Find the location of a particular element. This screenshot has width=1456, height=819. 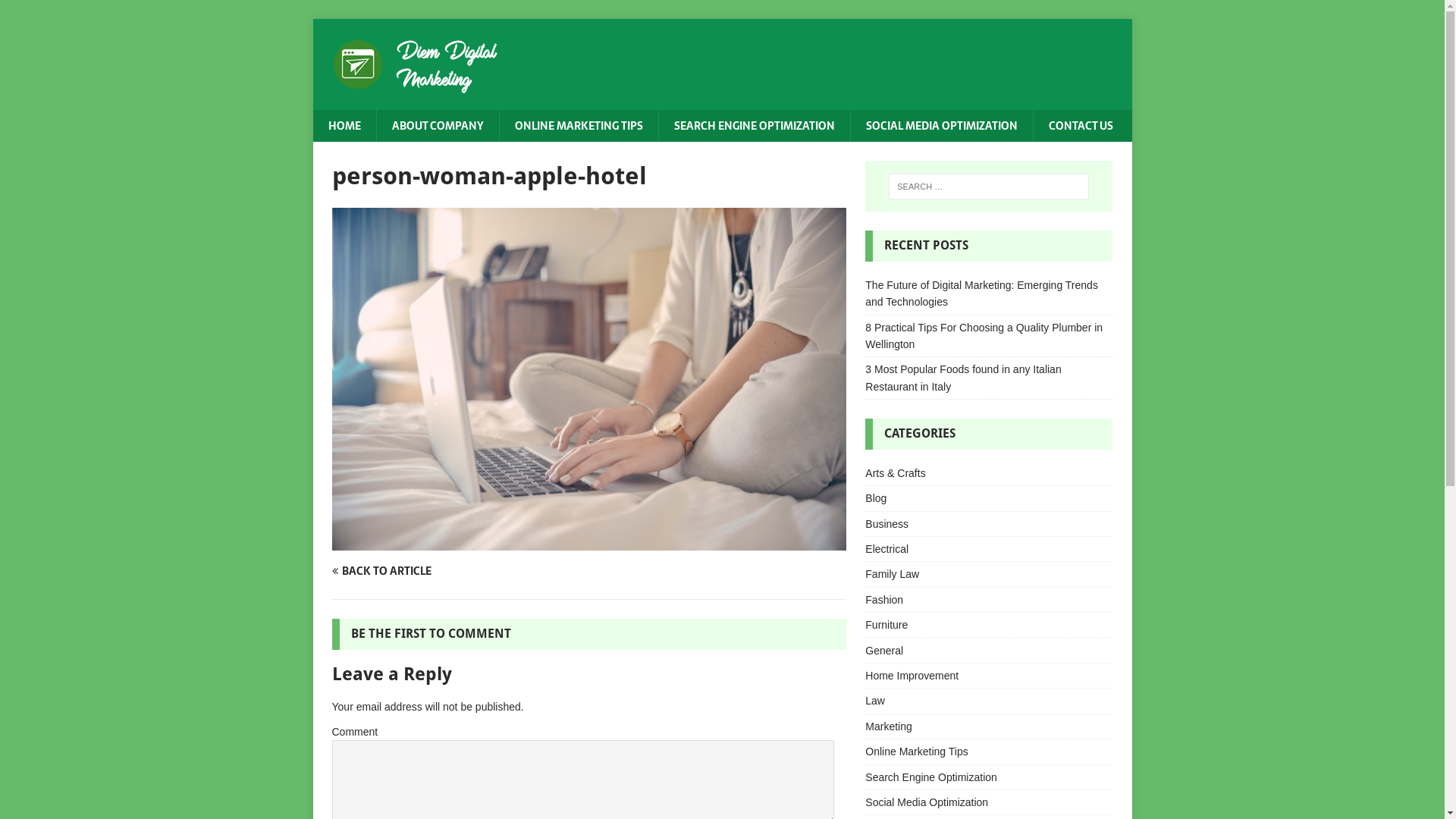

'Search' is located at coordinates (57, 11).